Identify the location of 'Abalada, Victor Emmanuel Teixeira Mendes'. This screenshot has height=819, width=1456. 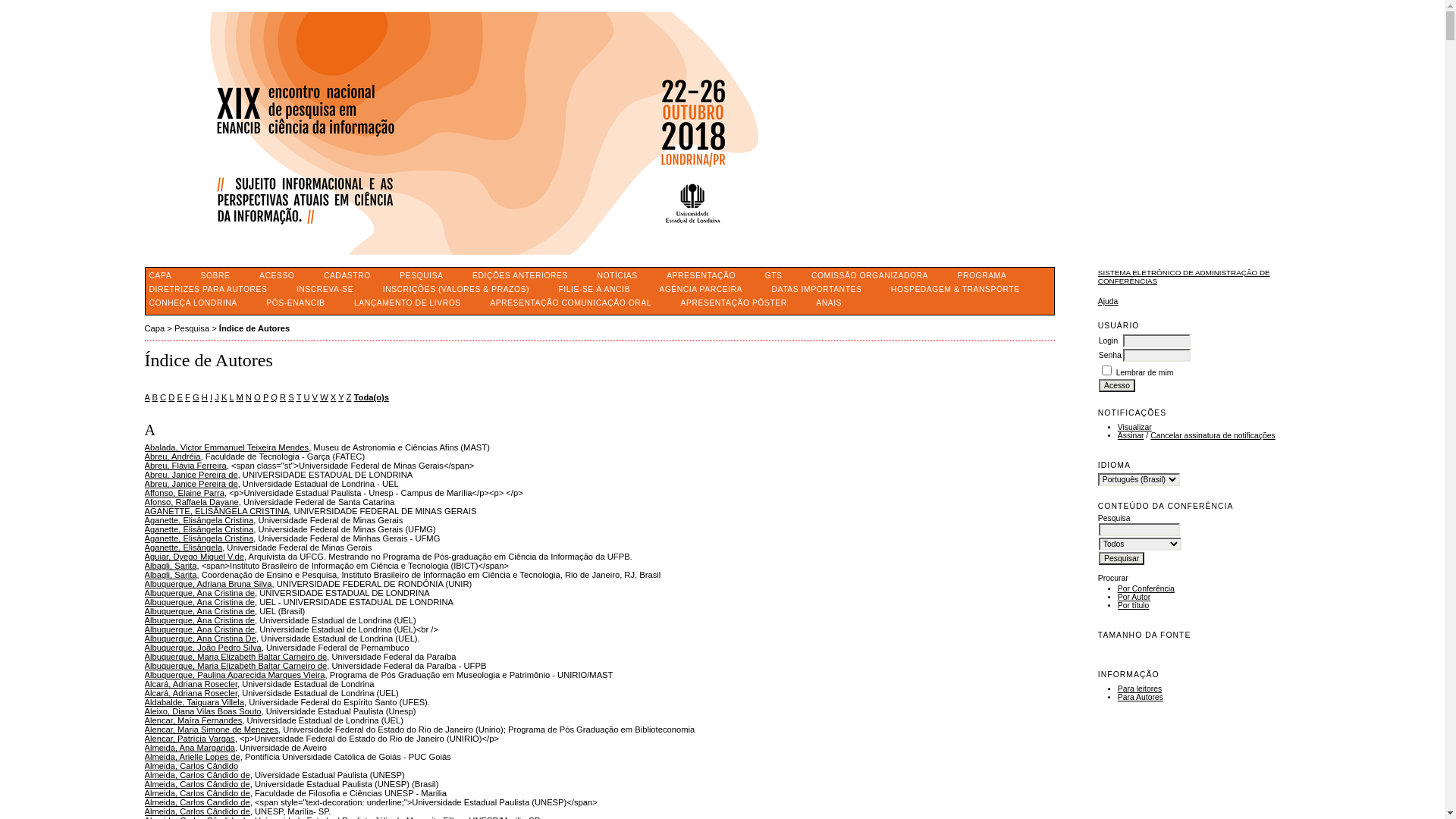
(225, 447).